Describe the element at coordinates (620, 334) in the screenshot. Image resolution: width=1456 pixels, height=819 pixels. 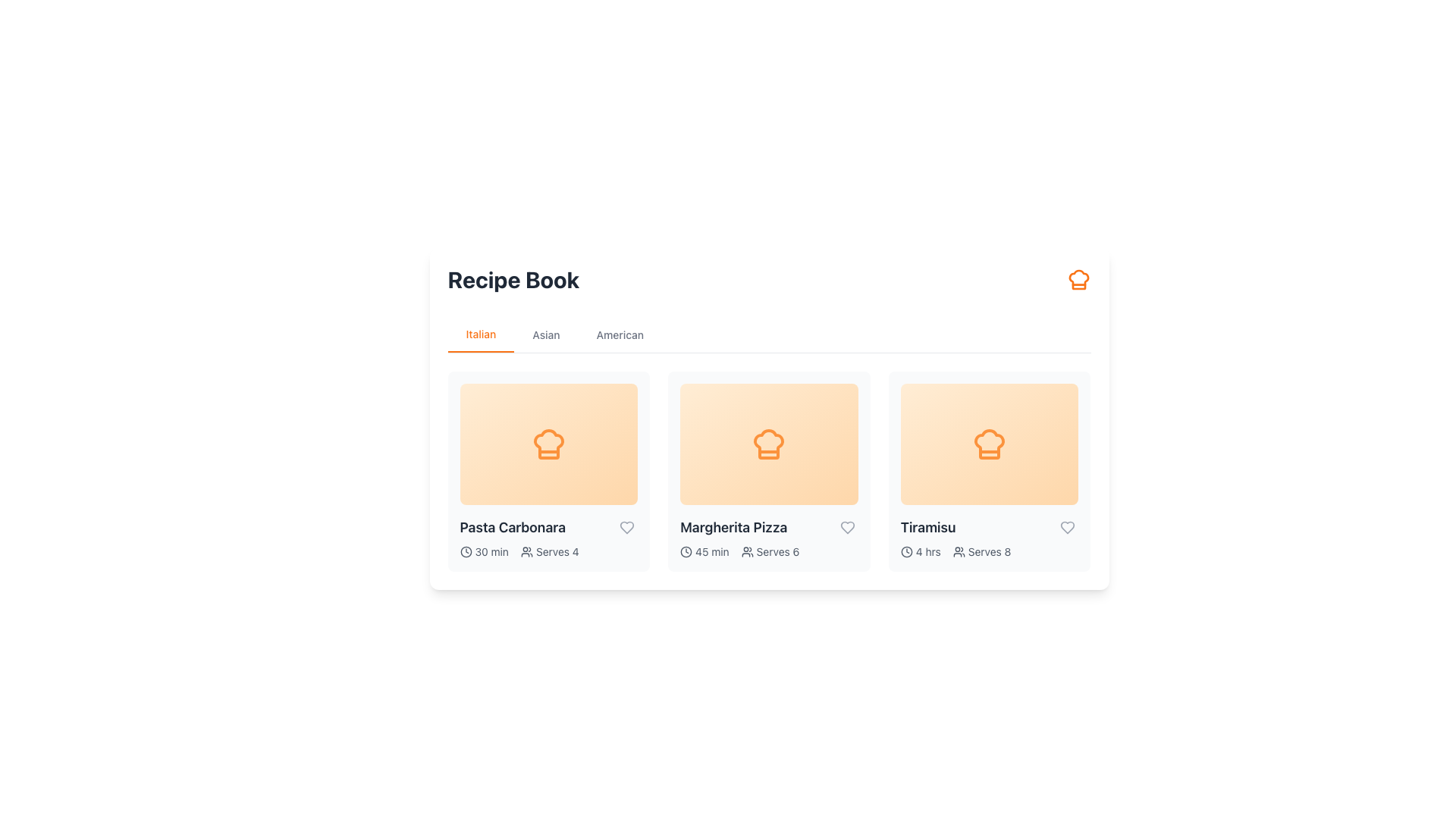
I see `the text label displaying 'American'` at that location.